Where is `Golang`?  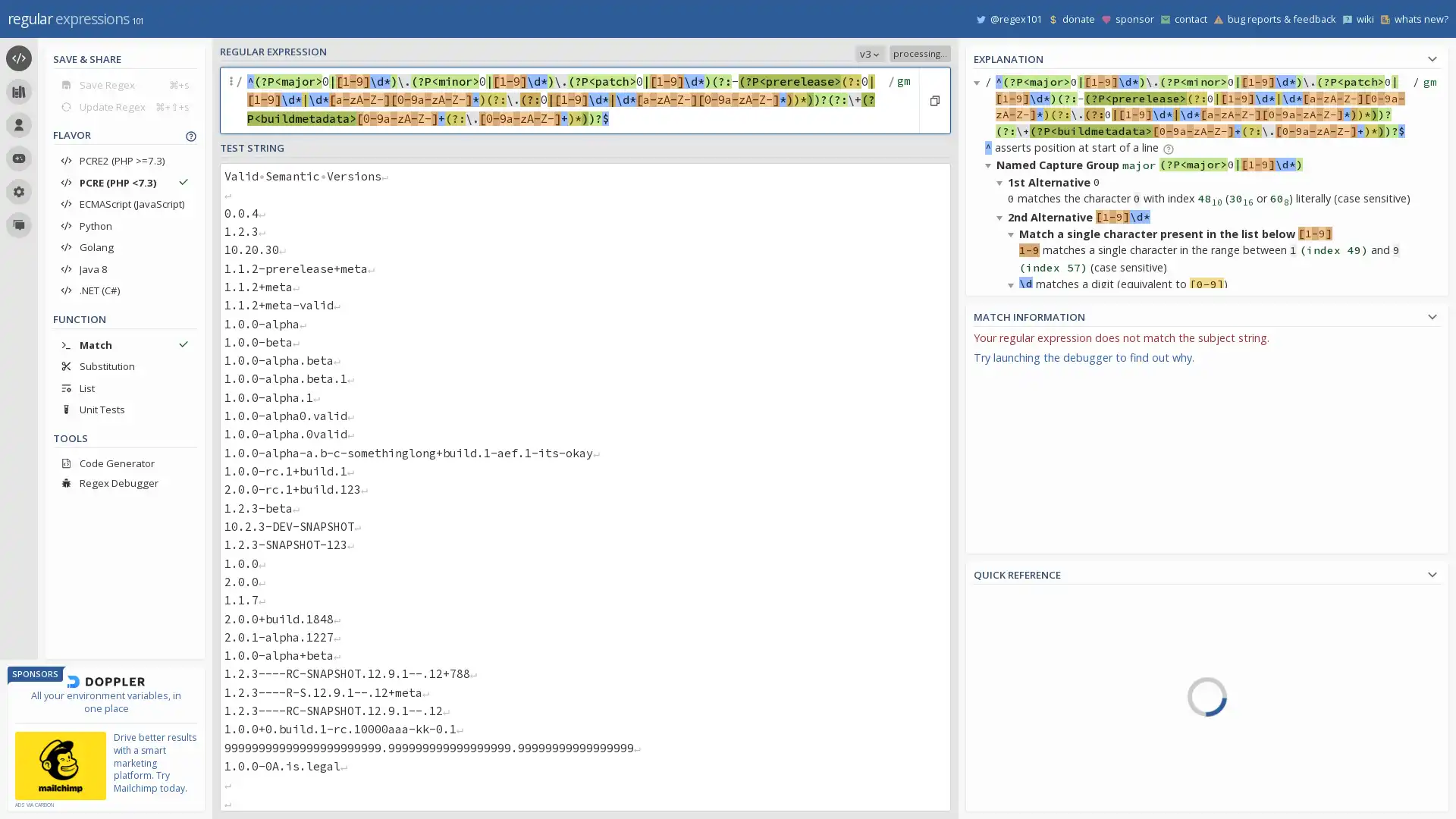 Golang is located at coordinates (124, 246).